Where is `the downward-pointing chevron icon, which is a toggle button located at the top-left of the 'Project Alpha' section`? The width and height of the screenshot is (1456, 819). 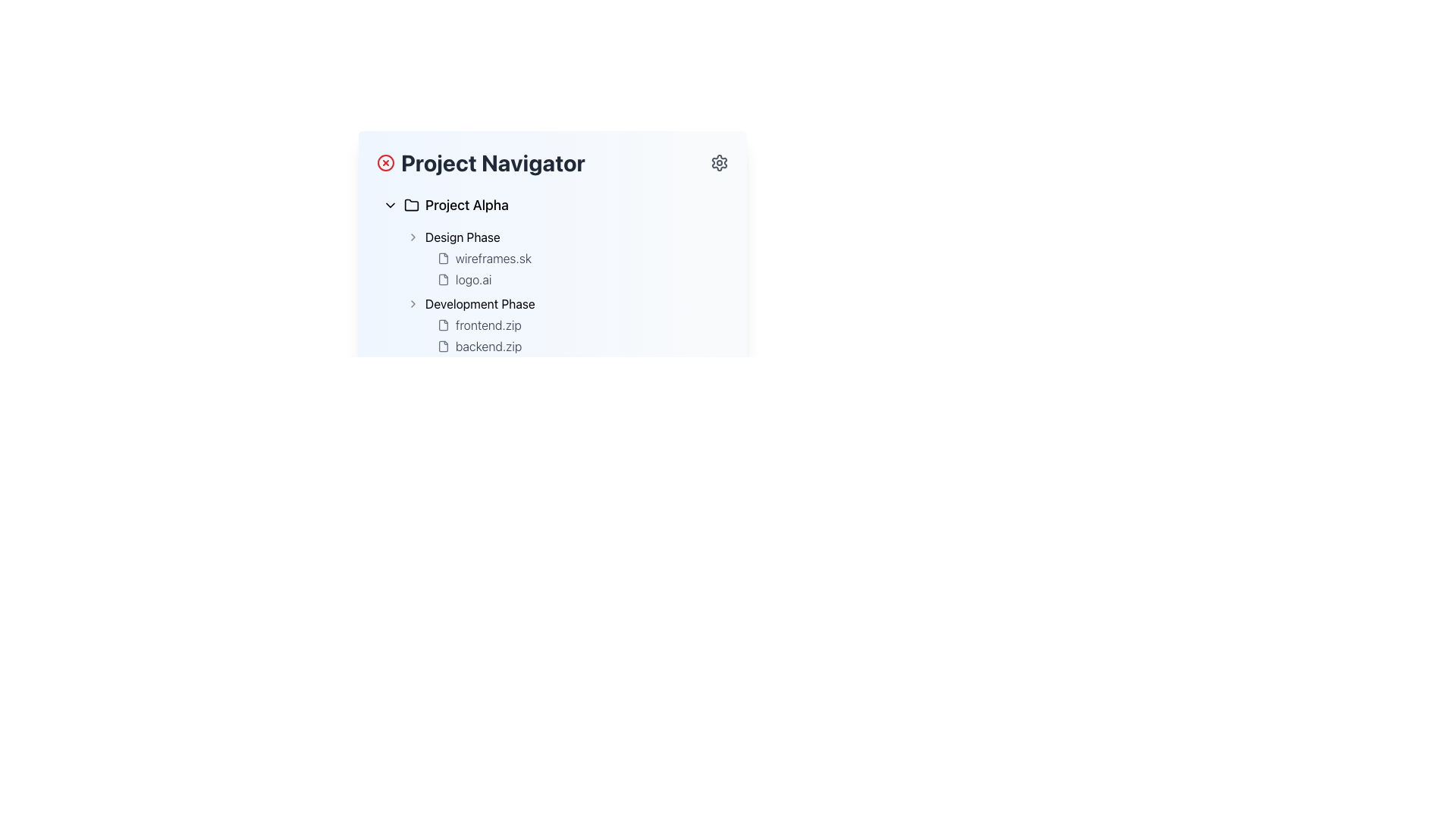 the downward-pointing chevron icon, which is a toggle button located at the top-left of the 'Project Alpha' section is located at coordinates (390, 205).